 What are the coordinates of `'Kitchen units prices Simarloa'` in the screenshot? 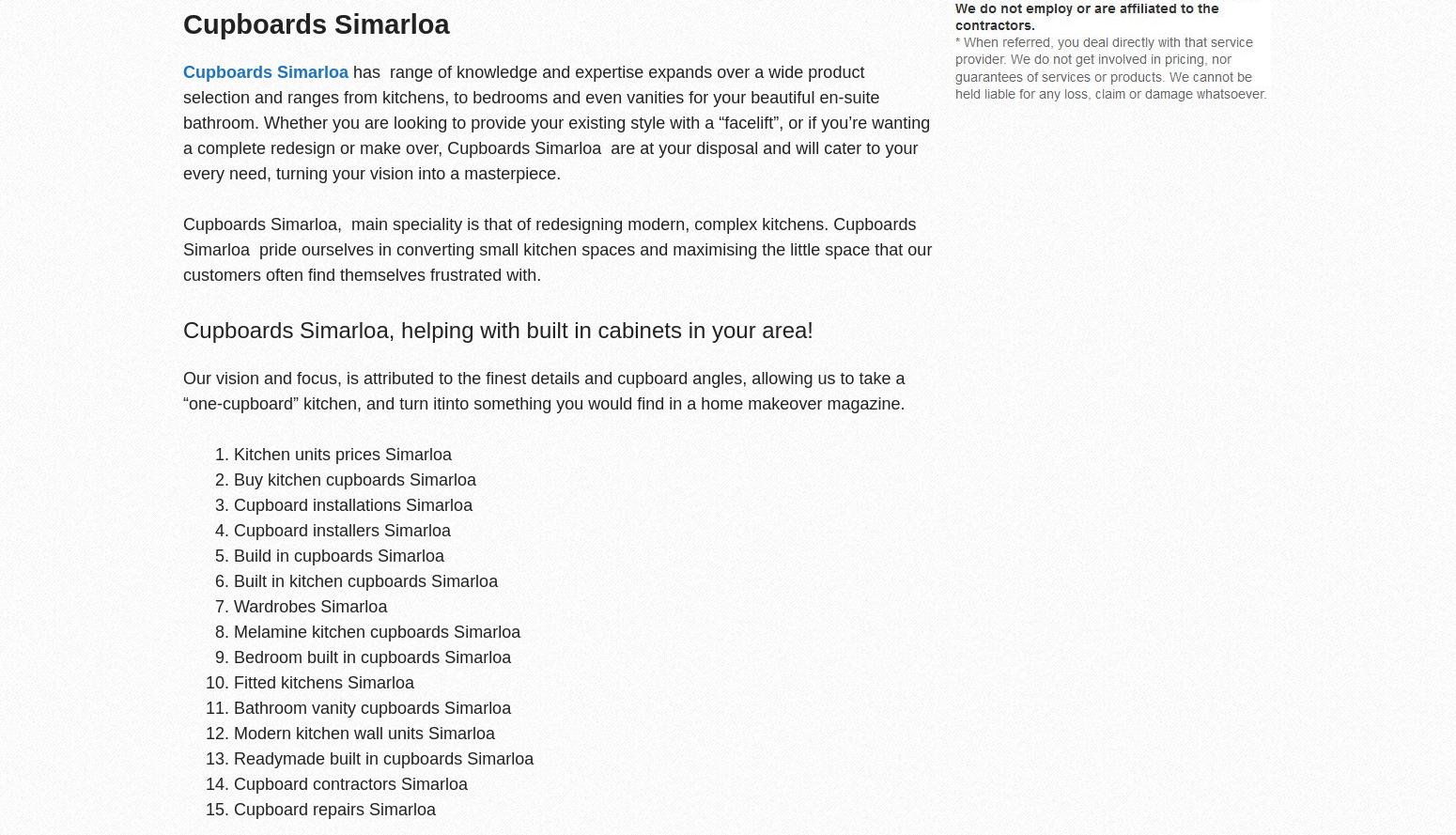 It's located at (342, 452).